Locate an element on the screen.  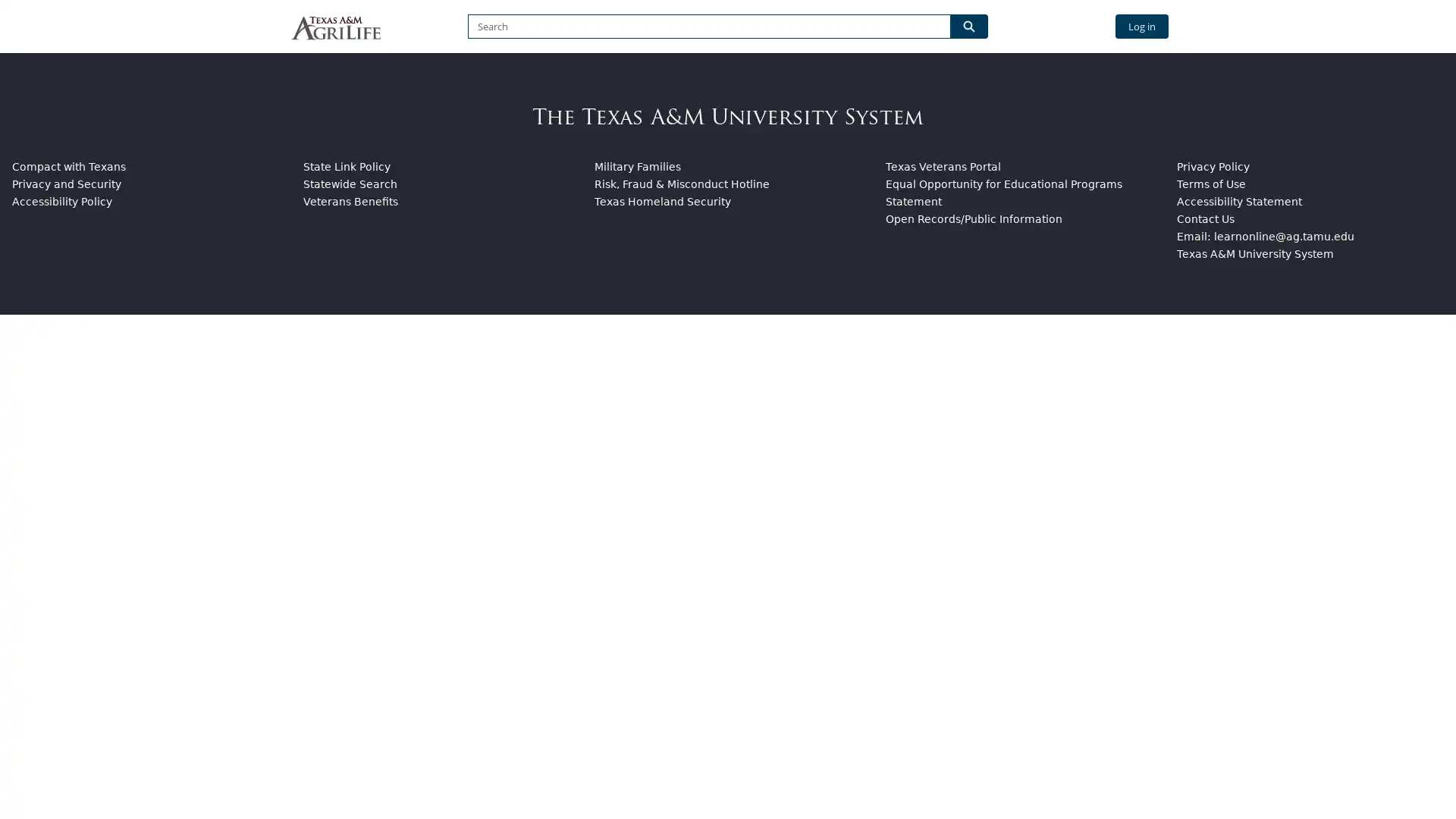
BROWSE BY CATEGORY is located at coordinates (410, 66).